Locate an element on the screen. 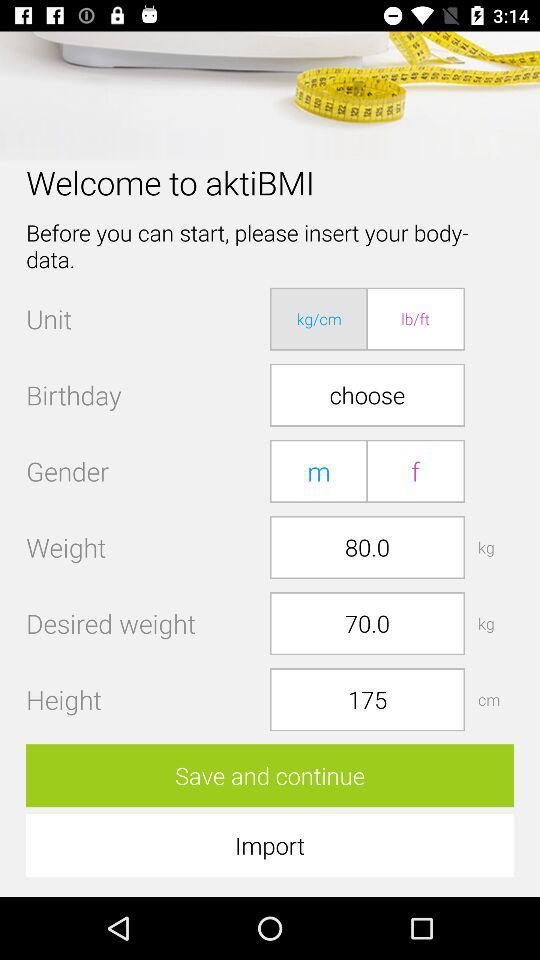 This screenshot has height=960, width=540. the icon to the left of cm icon is located at coordinates (366, 699).